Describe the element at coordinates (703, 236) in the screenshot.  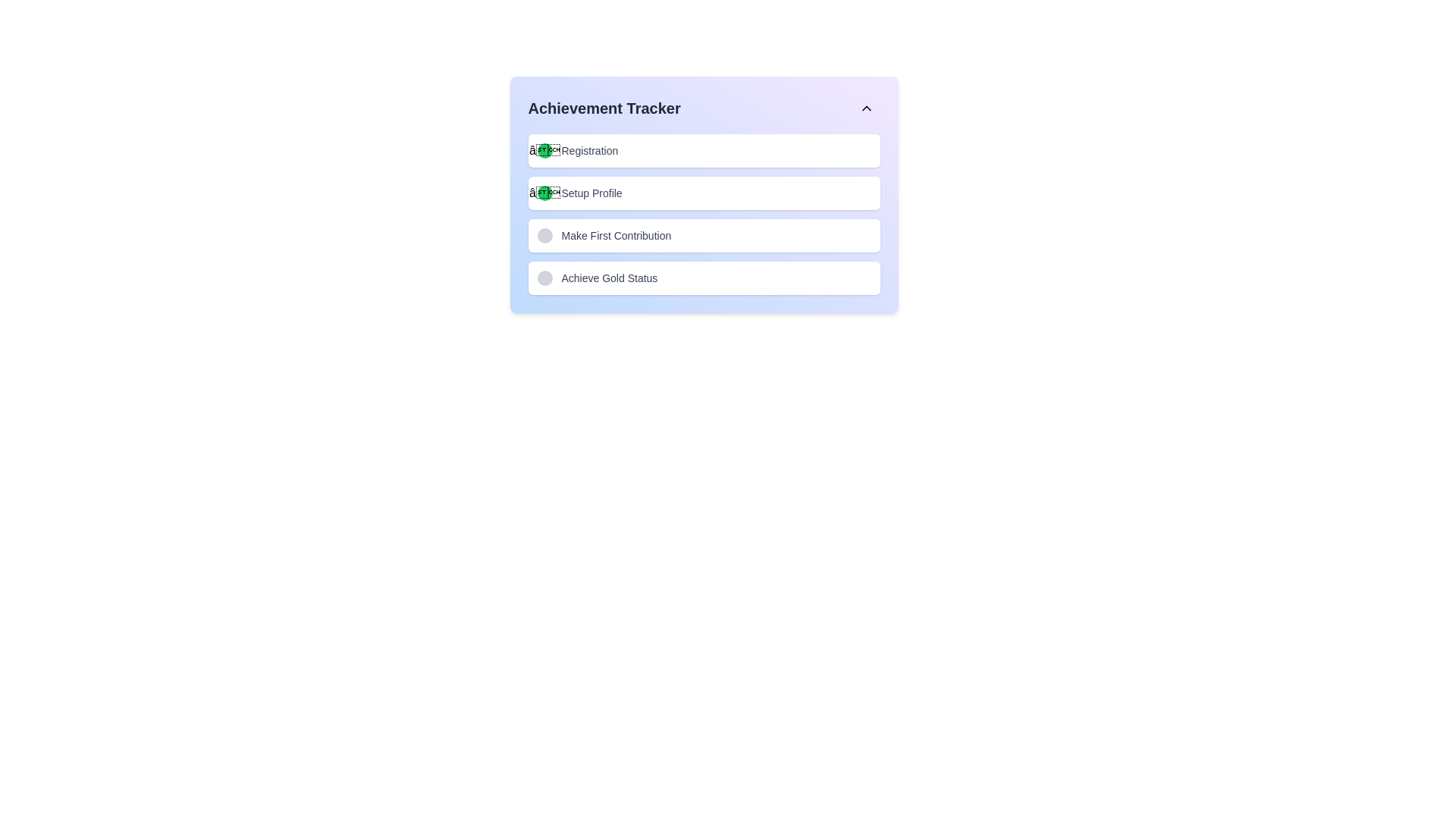
I see `the Milestone display box indicating the 'Make First Contribution' achievement status in the 'Achievement Tracker', which is the third item in the vertical stack` at that location.